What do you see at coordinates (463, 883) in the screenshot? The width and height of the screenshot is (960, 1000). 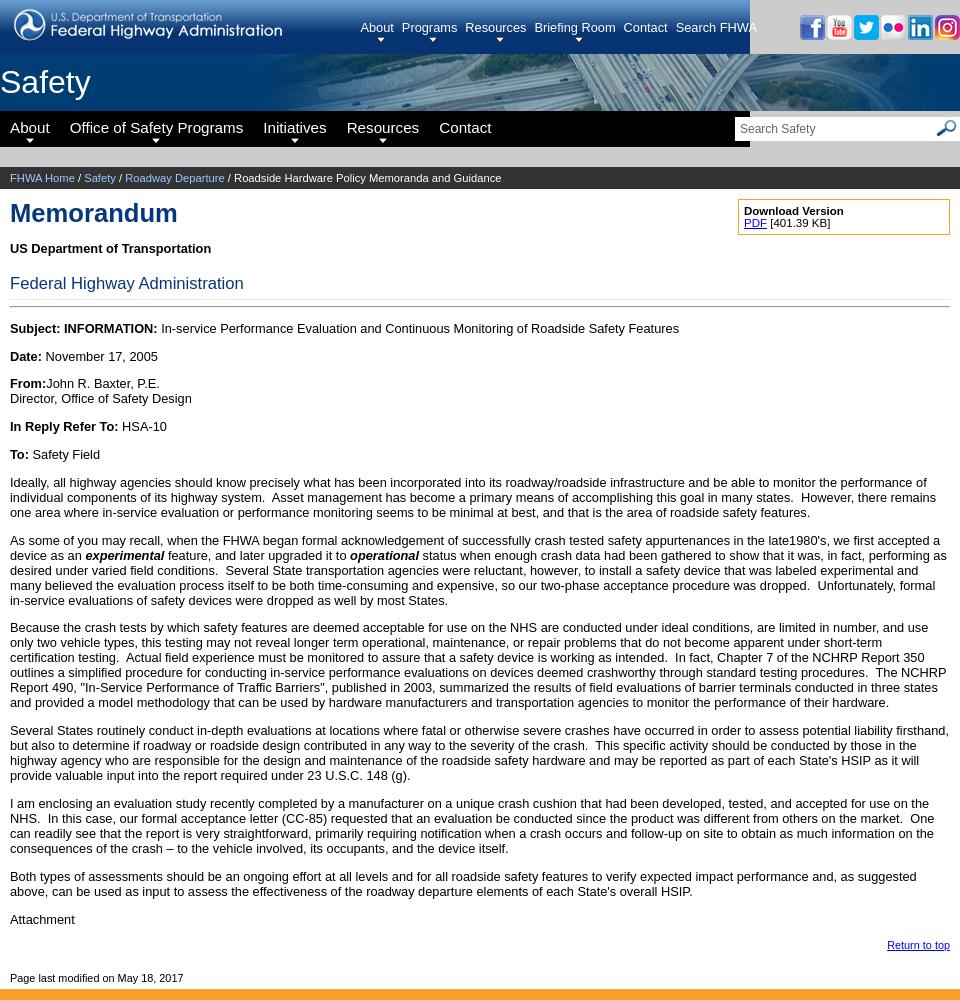 I see `'Both types of assessments should be an ongoing effort at all  levels and for all roadside safety features to verify expected impact  performance and, as suggested above, can be used as input to assess the  effectiveness of the roadway departure elements of each State's overall HSIP.'` at bounding box center [463, 883].